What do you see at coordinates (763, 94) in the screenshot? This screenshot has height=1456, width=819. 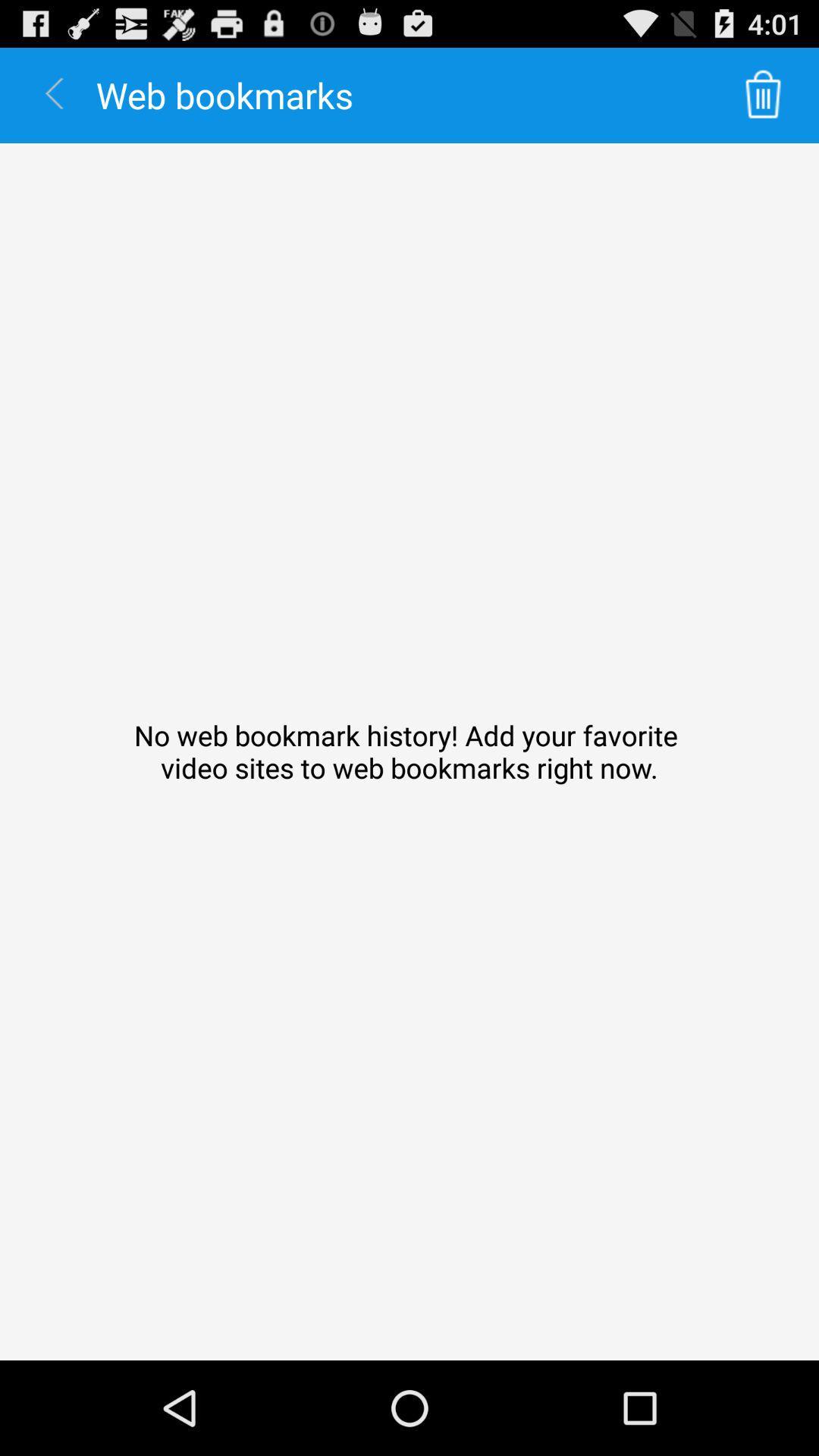 I see `the icon next to the web bookmarks item` at bounding box center [763, 94].